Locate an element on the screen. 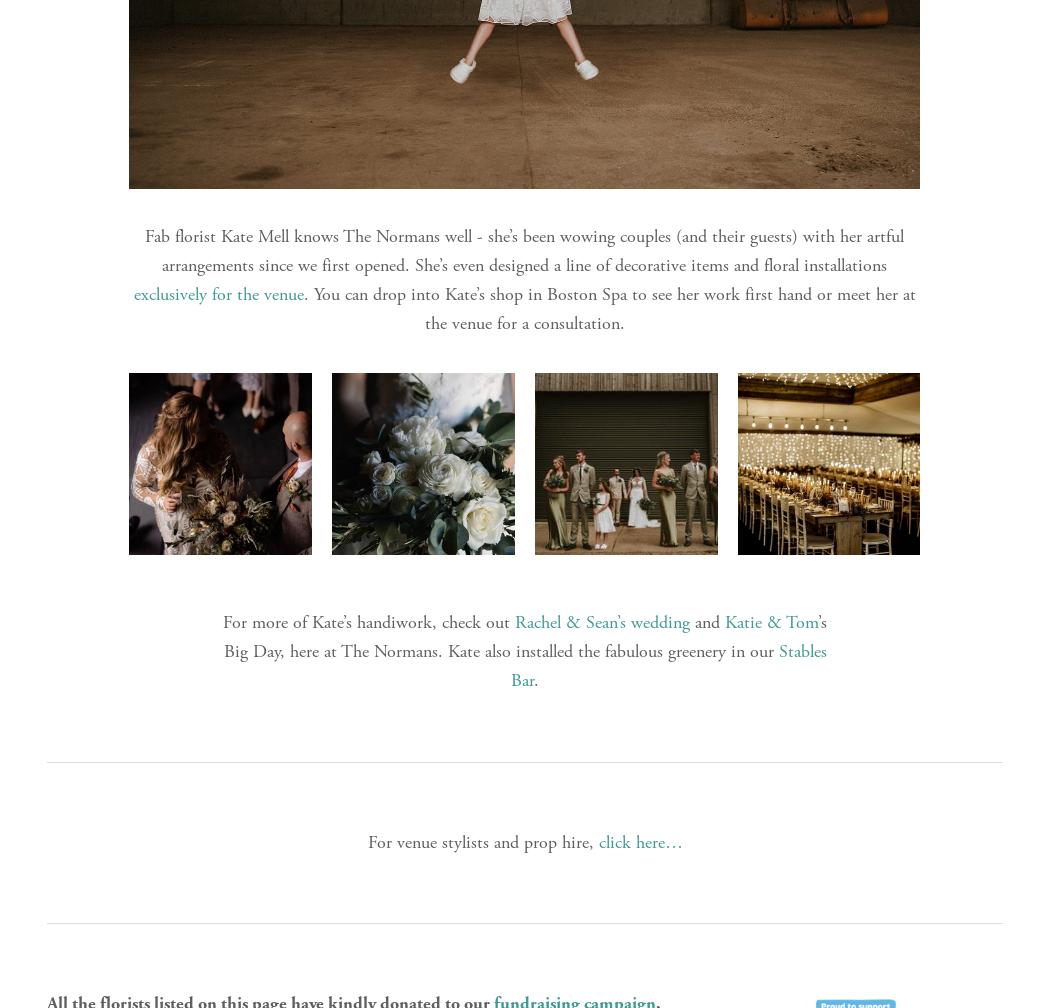 The height and width of the screenshot is (1008, 1050). 'exclusively for the venue' is located at coordinates (216, 293).